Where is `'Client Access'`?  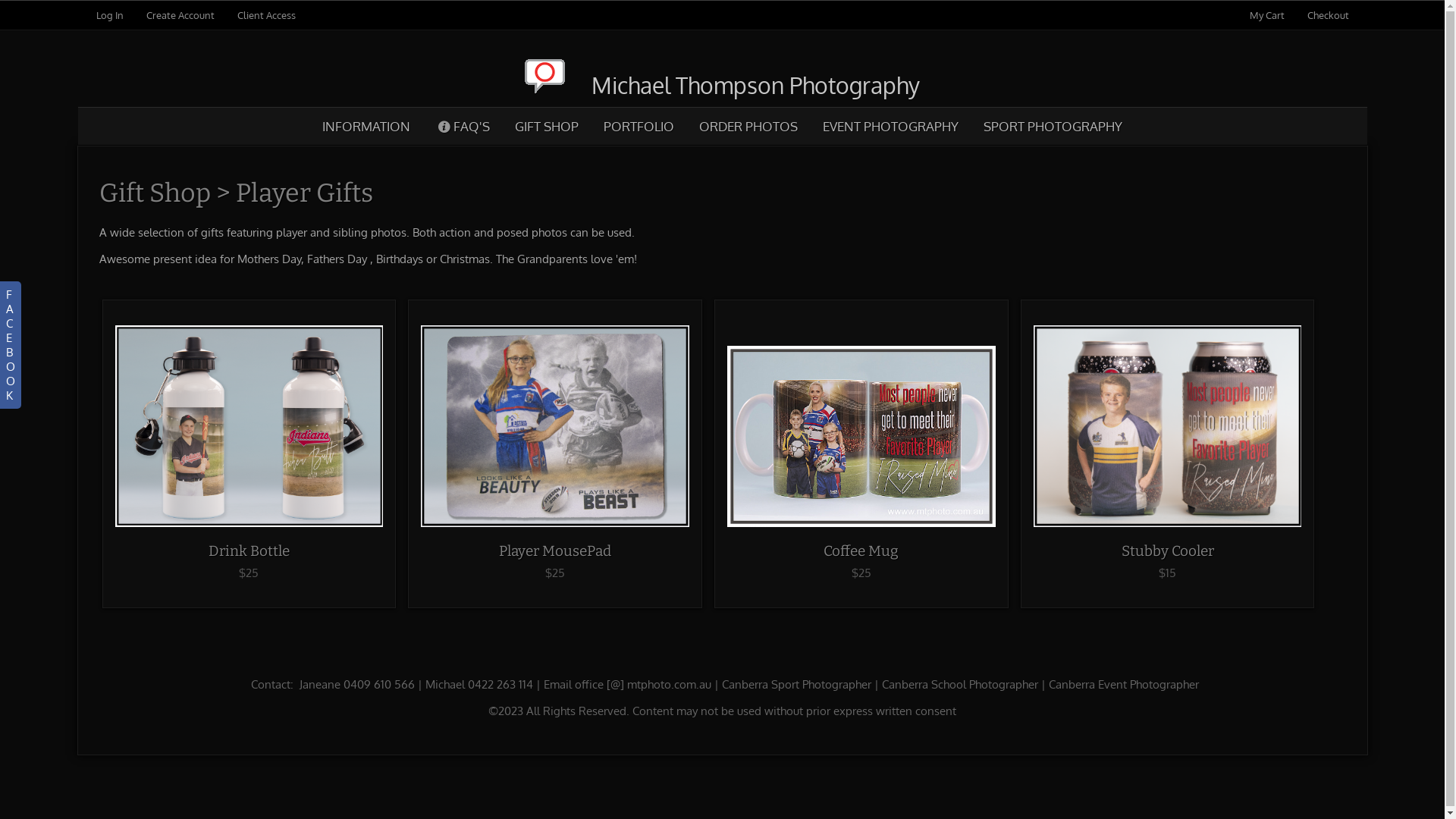 'Client Access' is located at coordinates (265, 14).